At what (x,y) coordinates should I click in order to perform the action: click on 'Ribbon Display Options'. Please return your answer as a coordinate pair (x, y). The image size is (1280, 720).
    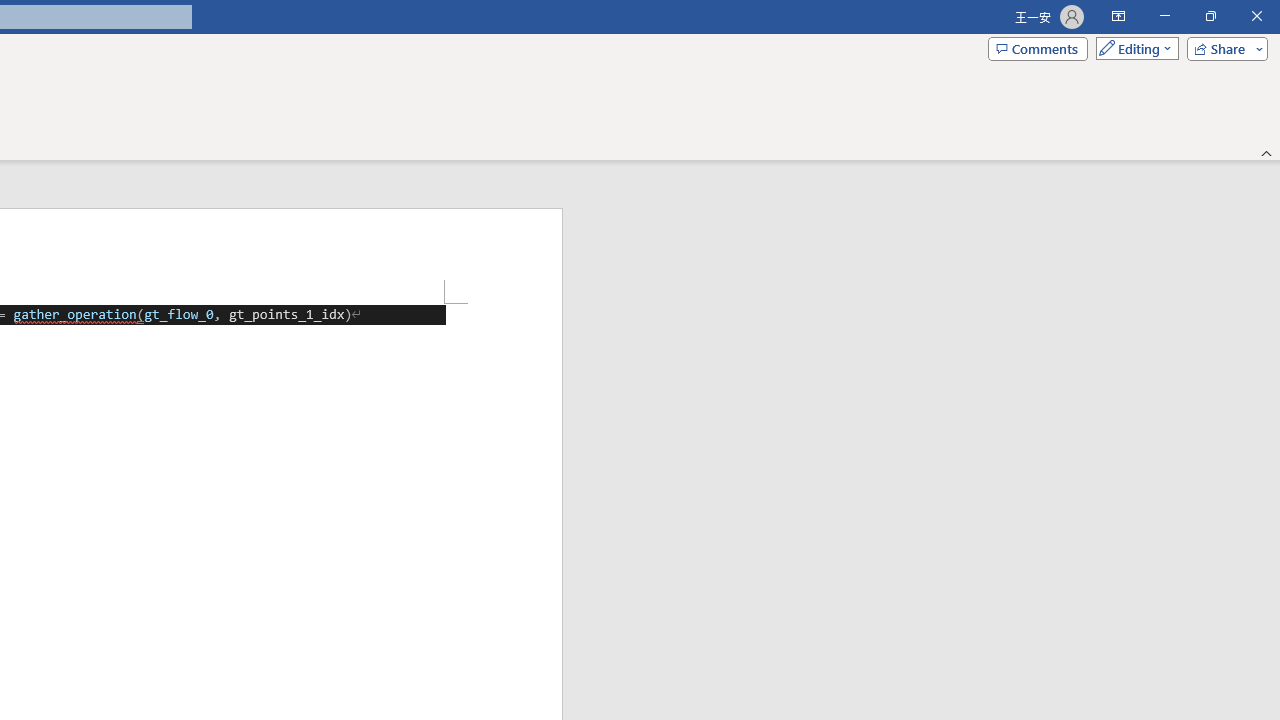
    Looking at the image, I should click on (1117, 16).